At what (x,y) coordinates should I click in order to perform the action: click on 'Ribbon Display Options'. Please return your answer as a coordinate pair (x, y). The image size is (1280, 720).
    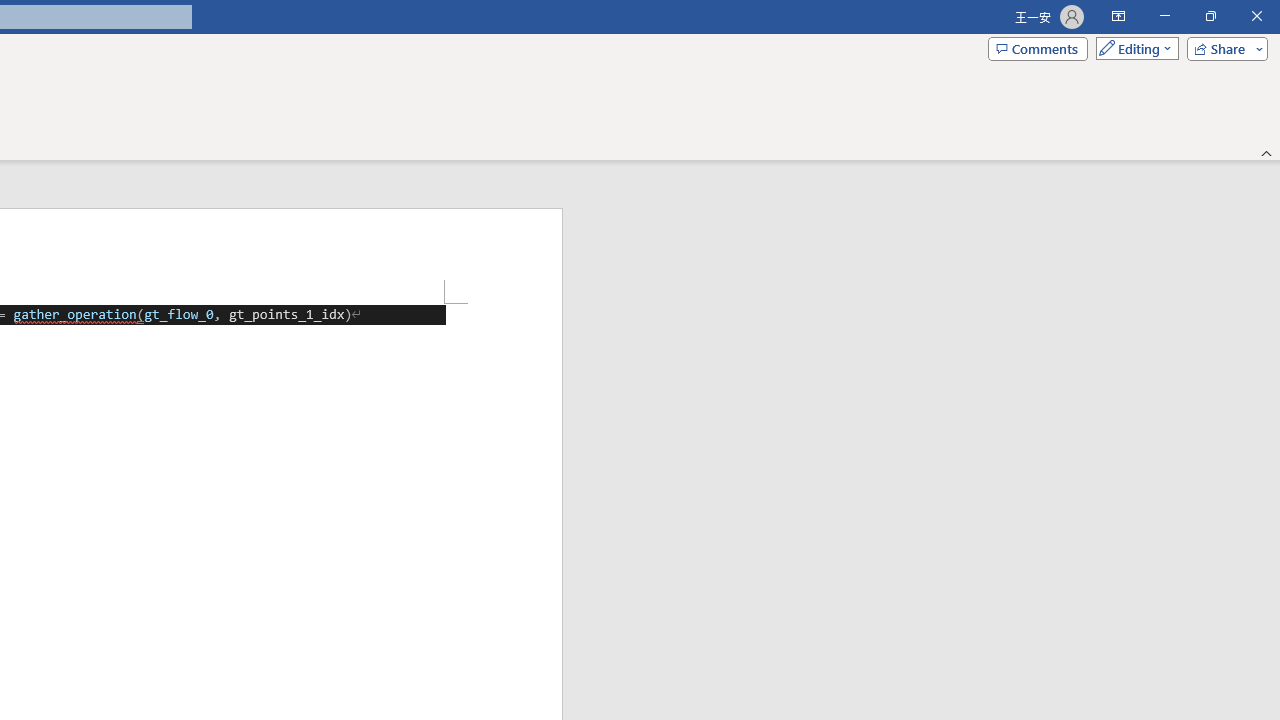
    Looking at the image, I should click on (1117, 16).